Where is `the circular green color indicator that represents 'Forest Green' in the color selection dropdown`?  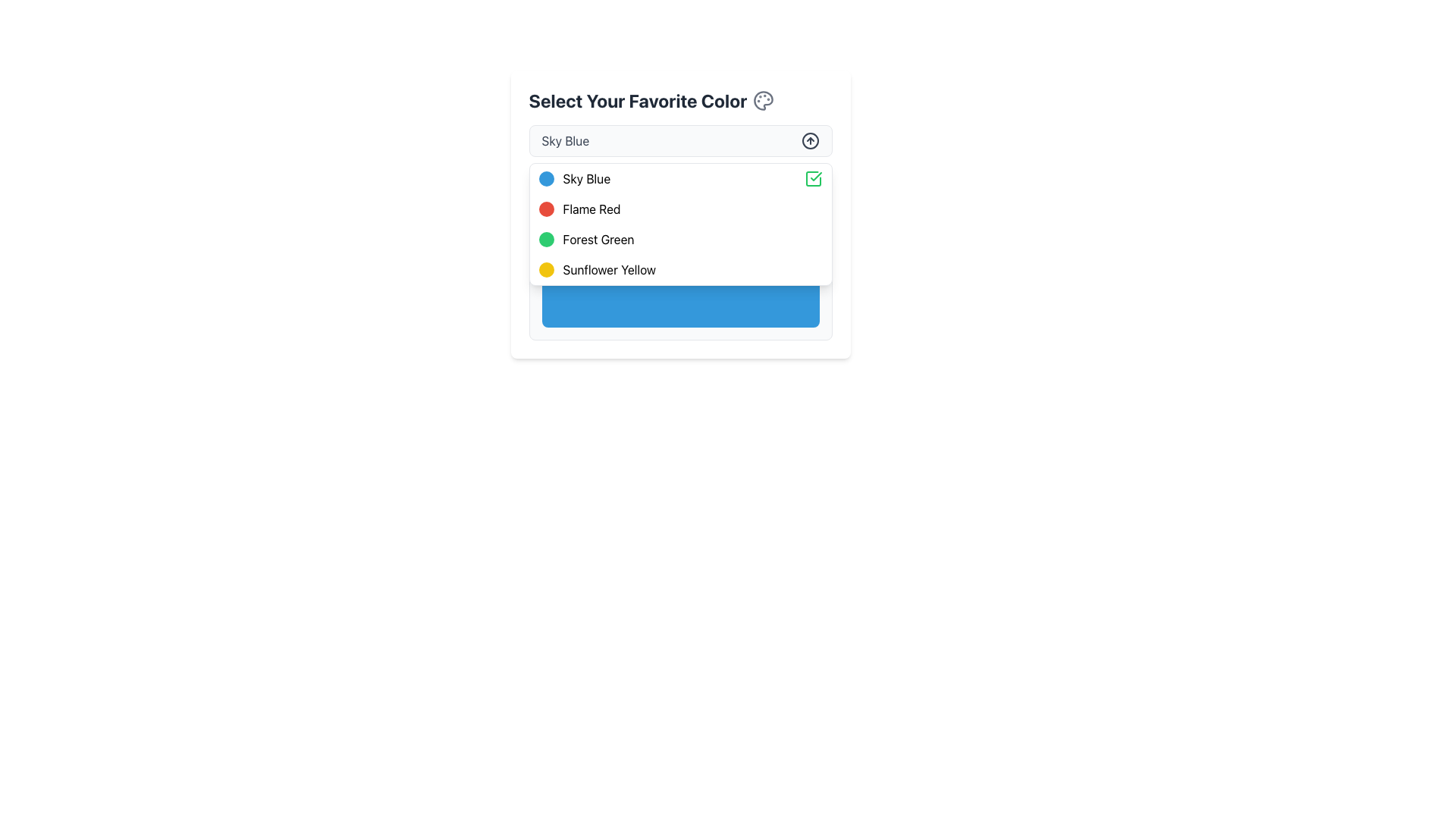
the circular green color indicator that represents 'Forest Green' in the color selection dropdown is located at coordinates (546, 239).